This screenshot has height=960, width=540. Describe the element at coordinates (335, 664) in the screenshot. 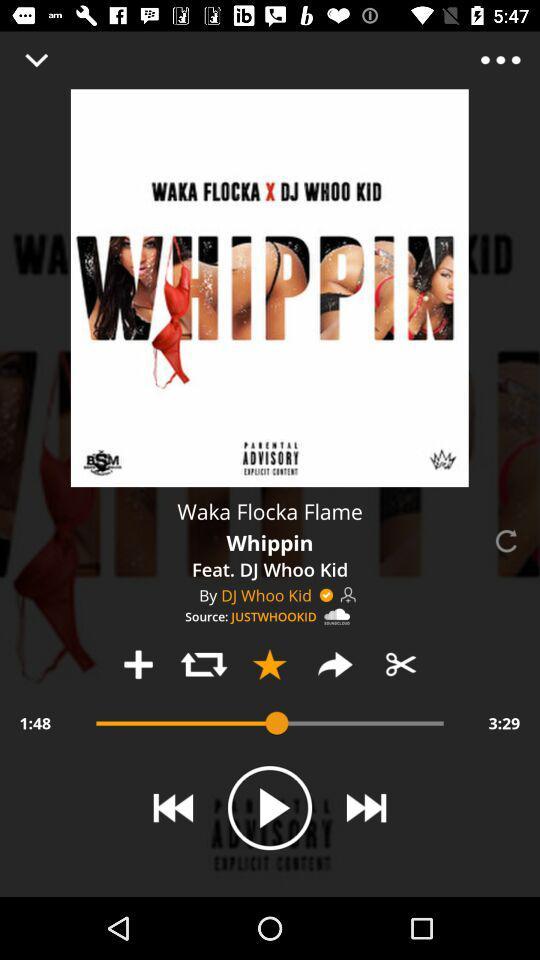

I see `the redo icon` at that location.